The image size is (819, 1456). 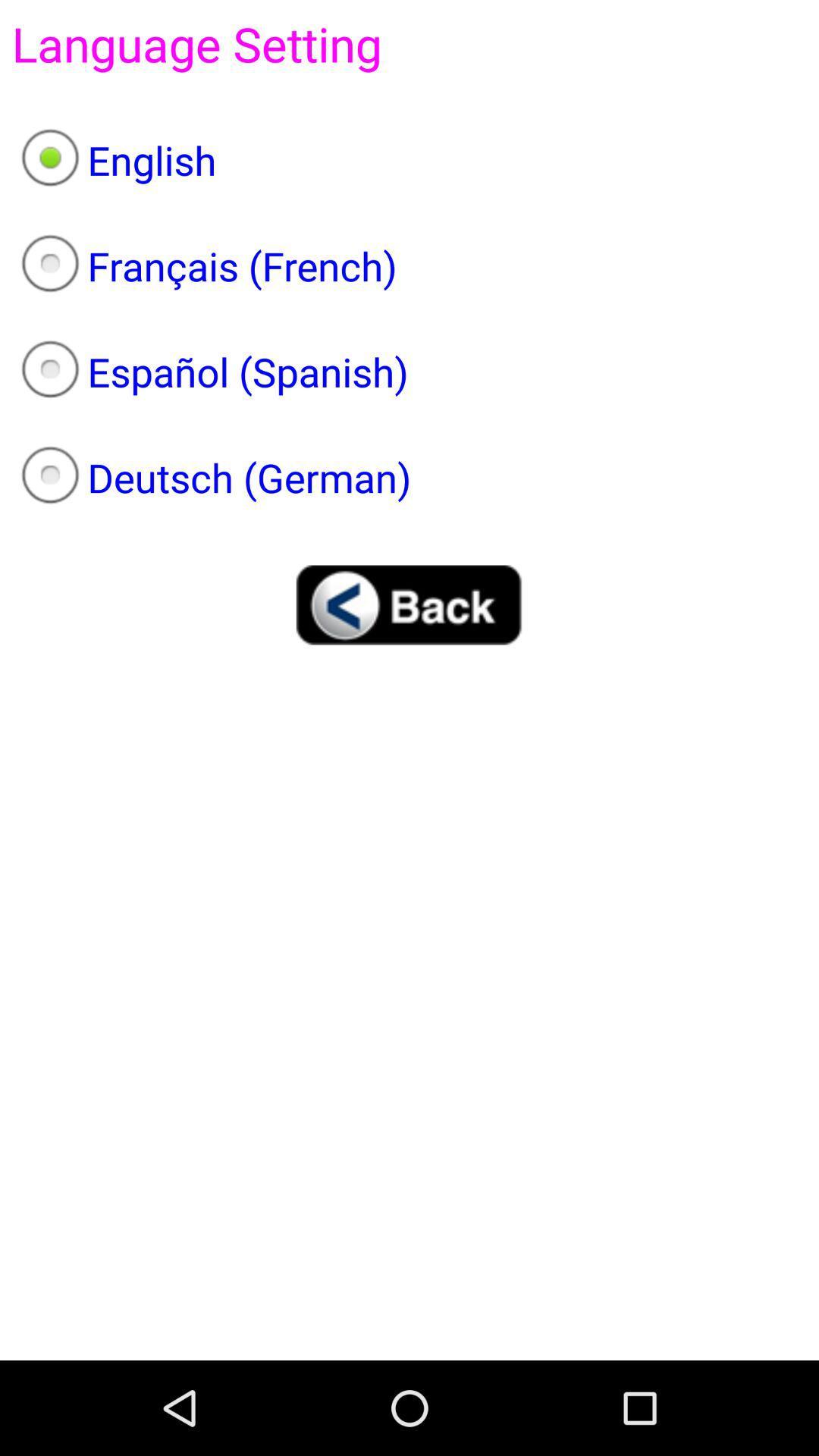 I want to click on item below the deutsch (german) item, so click(x=409, y=604).